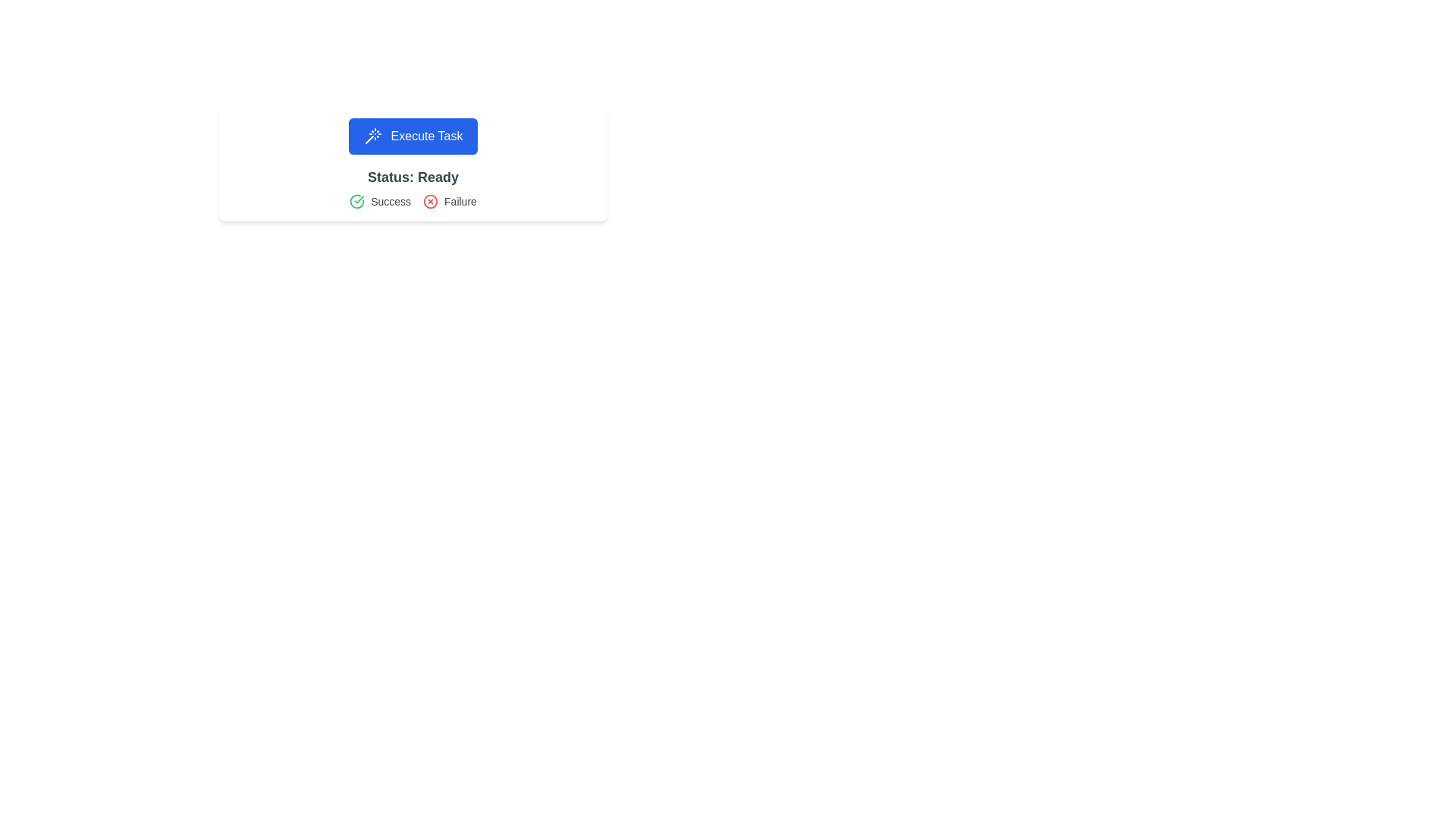 The width and height of the screenshot is (1456, 819). Describe the element at coordinates (413, 177) in the screenshot. I see `the Text label that displays the current status of a task or process, positioned centrally below the 'Execute Task' button and above the 'Success' and 'Failure' indicators` at that location.